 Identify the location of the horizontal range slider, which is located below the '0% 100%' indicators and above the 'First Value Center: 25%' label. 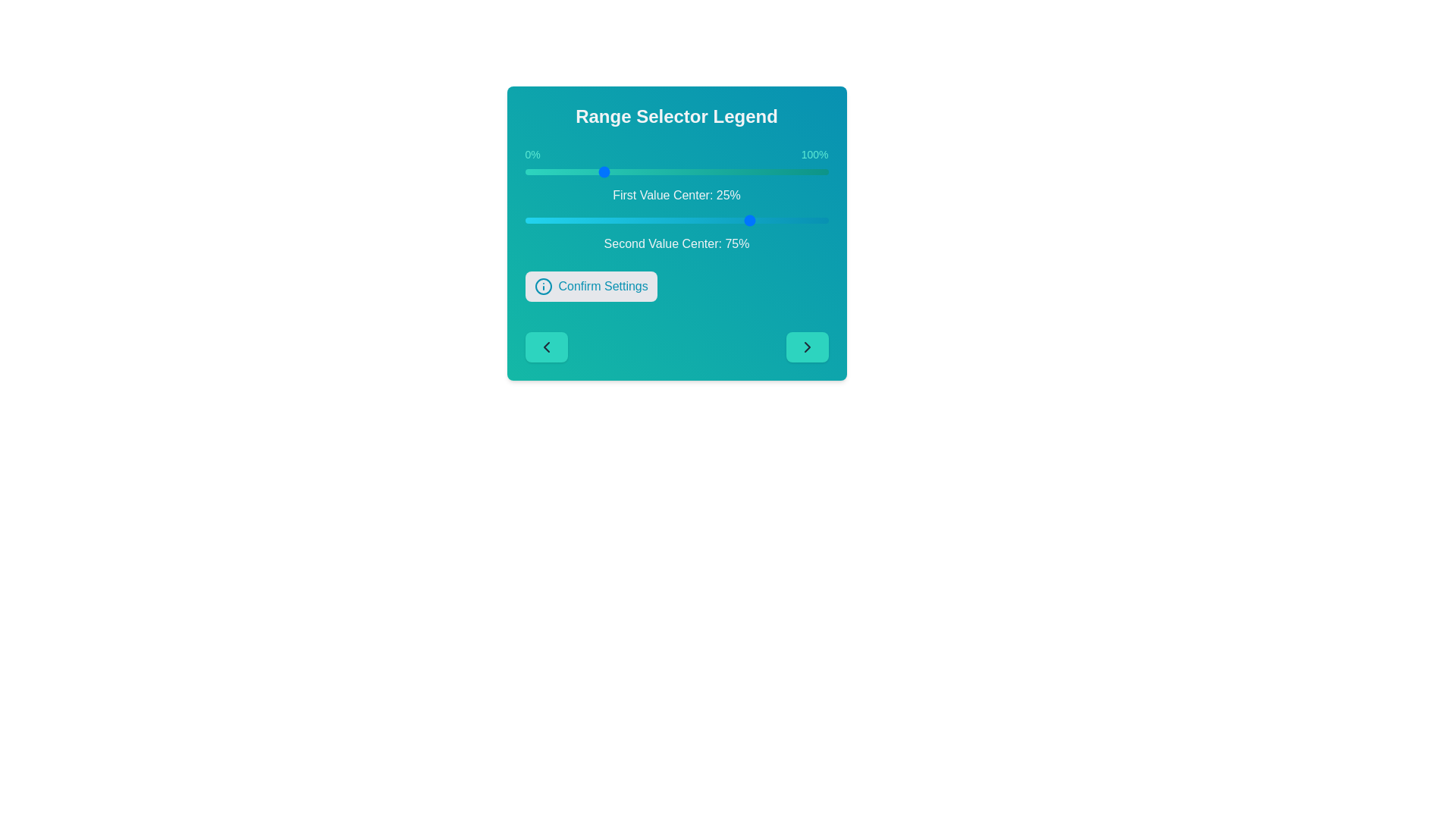
(676, 171).